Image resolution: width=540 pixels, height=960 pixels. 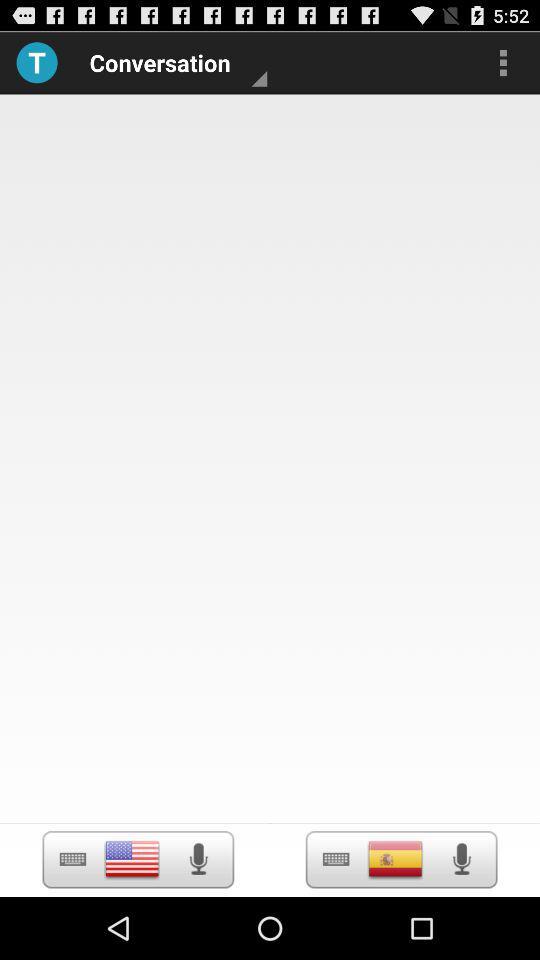 I want to click on language to english, so click(x=132, y=858).